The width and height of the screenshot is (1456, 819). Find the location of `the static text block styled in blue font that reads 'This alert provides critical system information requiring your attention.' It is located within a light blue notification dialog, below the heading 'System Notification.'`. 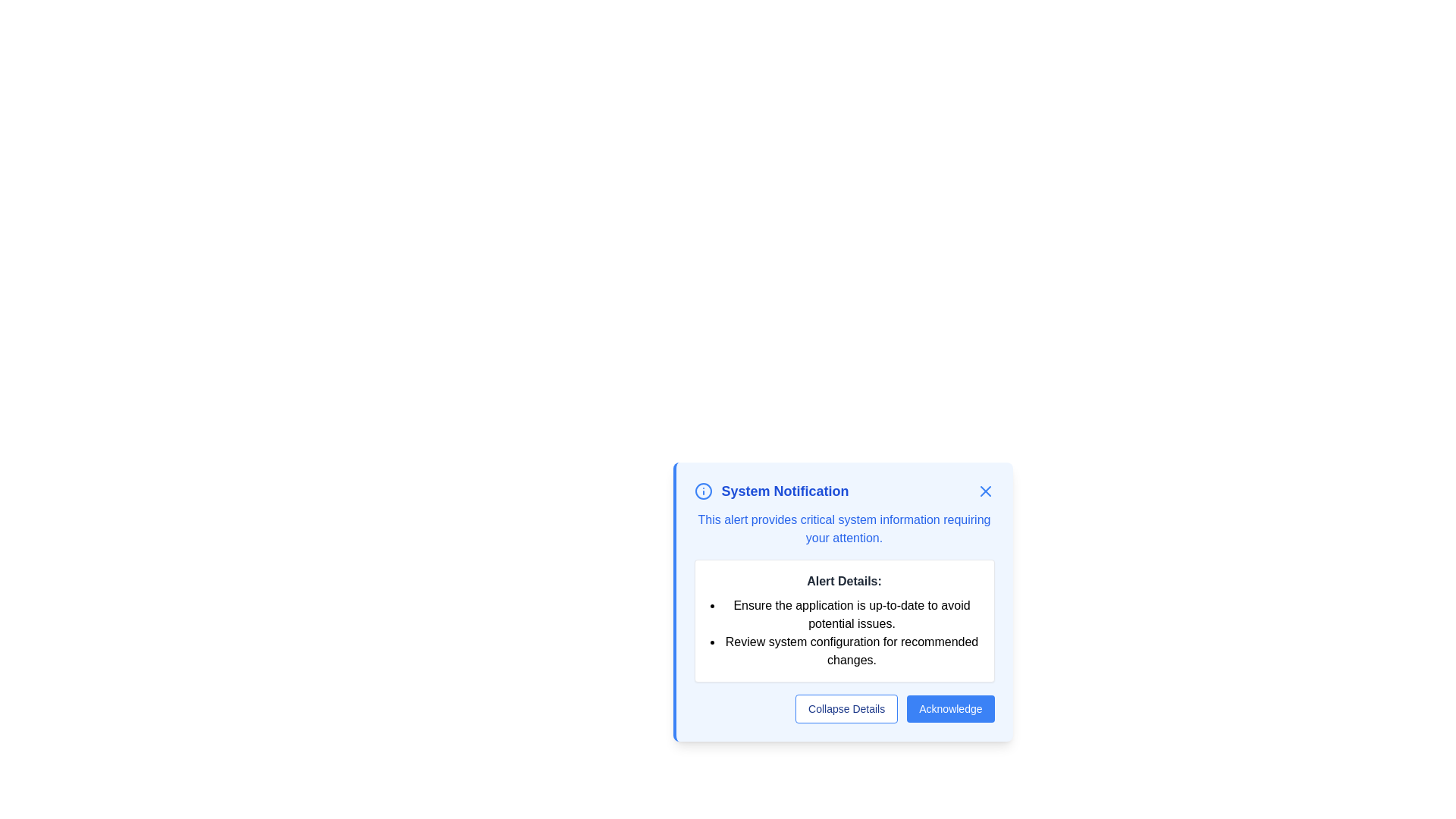

the static text block styled in blue font that reads 'This alert provides critical system information requiring your attention.' It is located within a light blue notification dialog, below the heading 'System Notification.' is located at coordinates (843, 529).